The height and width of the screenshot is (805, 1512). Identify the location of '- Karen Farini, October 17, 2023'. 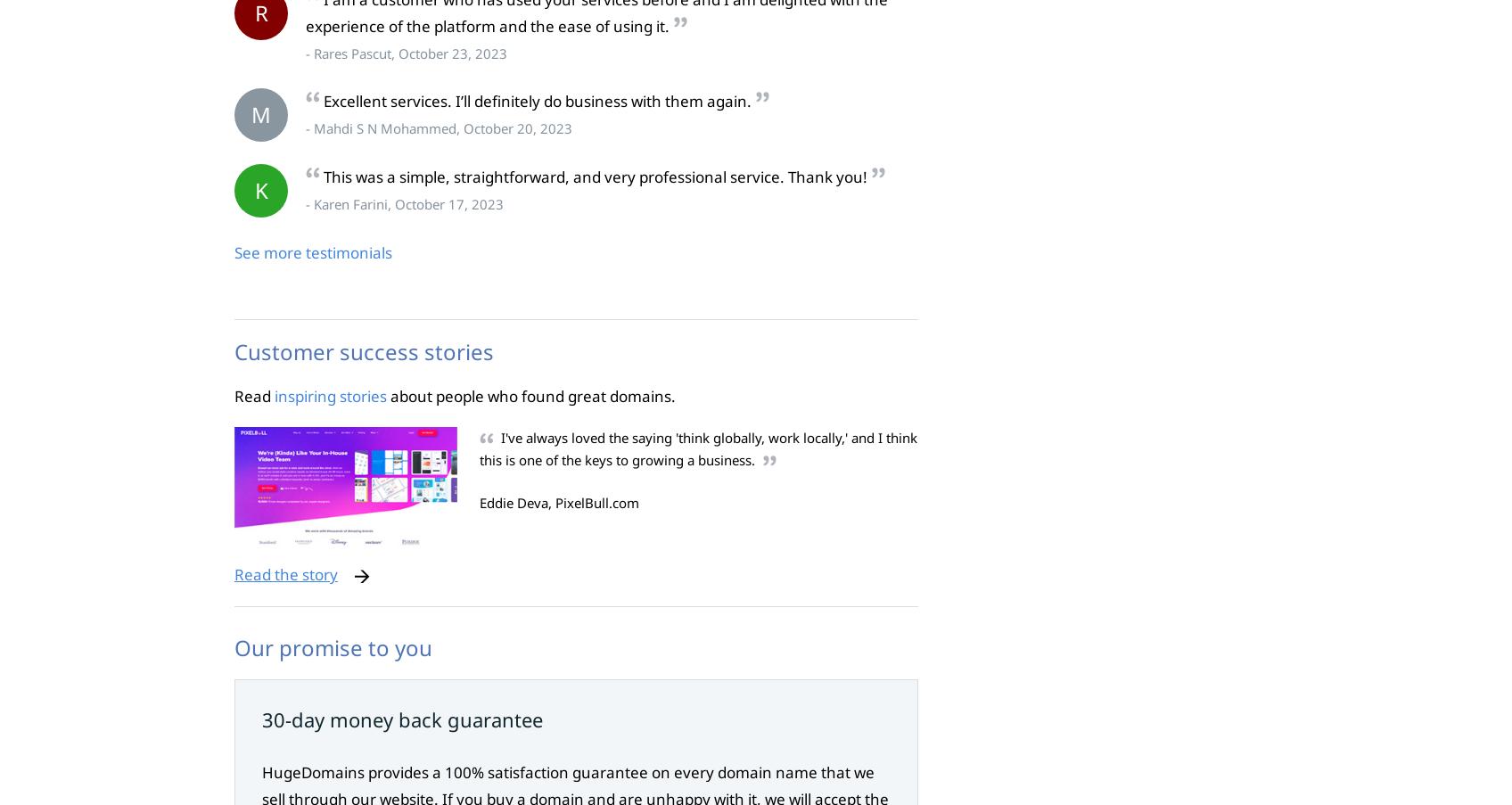
(405, 204).